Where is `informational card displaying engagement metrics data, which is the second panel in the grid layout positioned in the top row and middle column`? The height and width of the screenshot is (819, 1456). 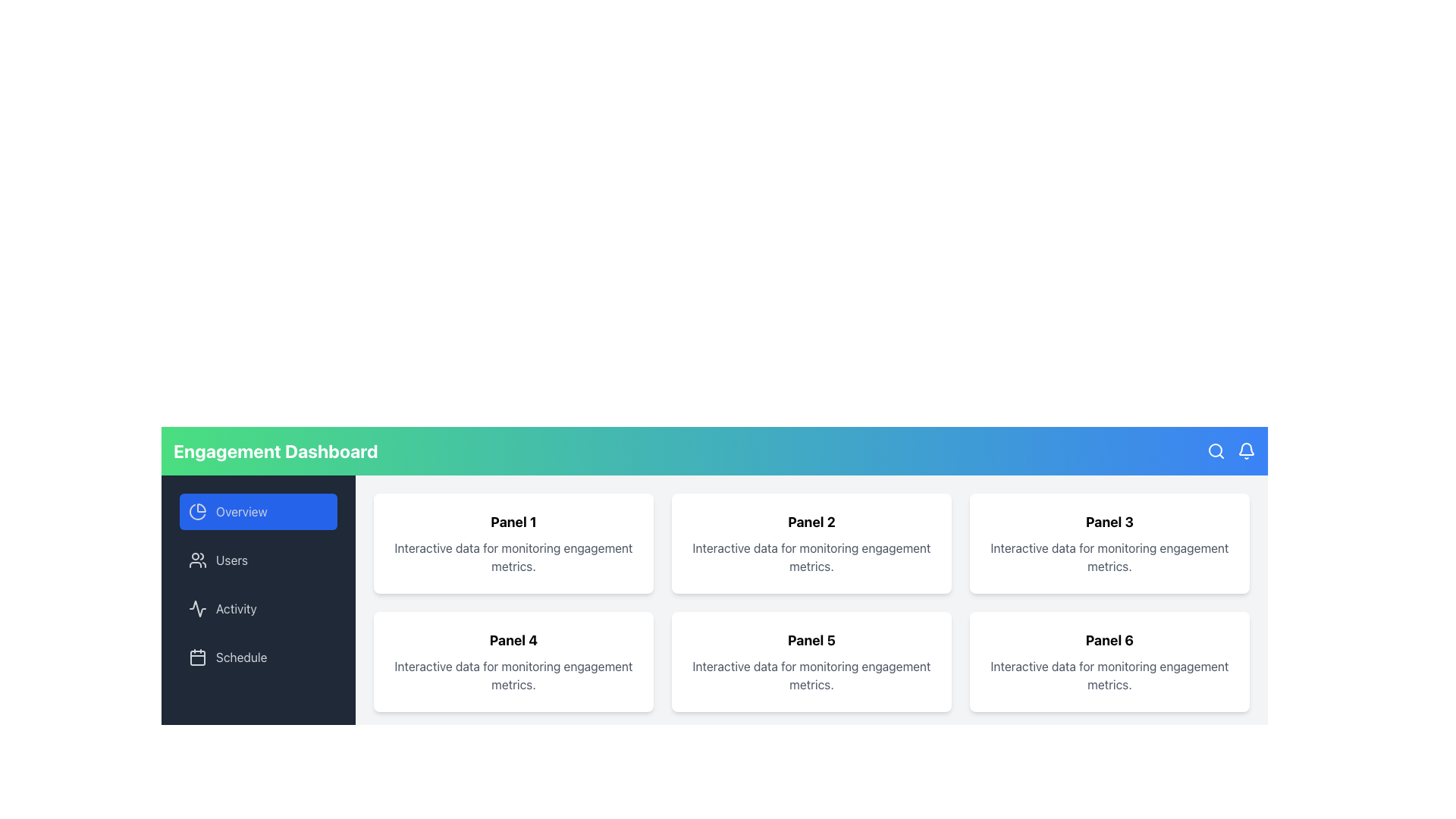 informational card displaying engagement metrics data, which is the second panel in the grid layout positioned in the top row and middle column is located at coordinates (811, 543).